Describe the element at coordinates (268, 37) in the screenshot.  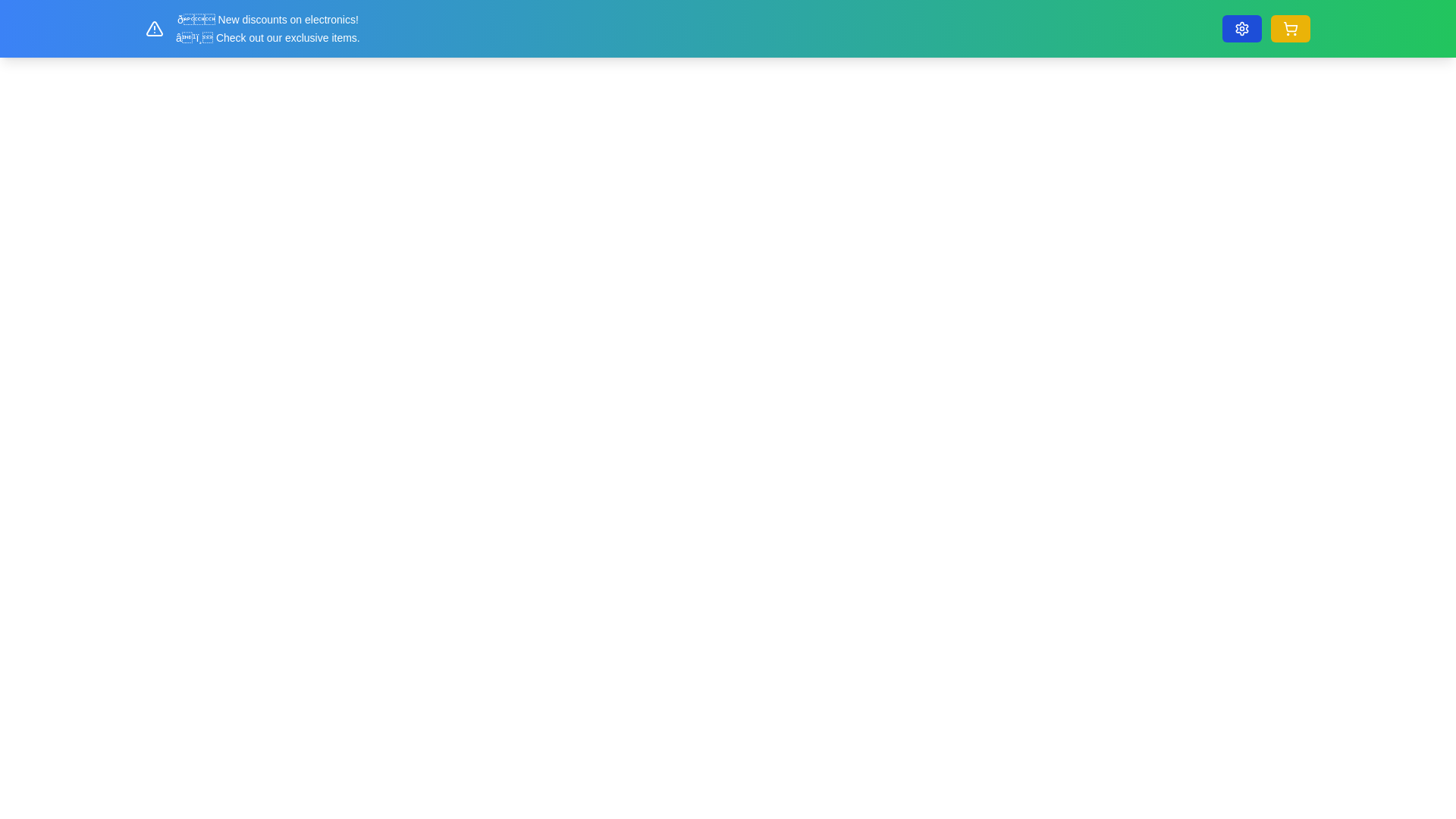
I see `text element displaying 'ℹ️ Check out our exclusive items.' located below the text '🔔 New discounts on electronics!' in the top-left region of the interface` at that location.